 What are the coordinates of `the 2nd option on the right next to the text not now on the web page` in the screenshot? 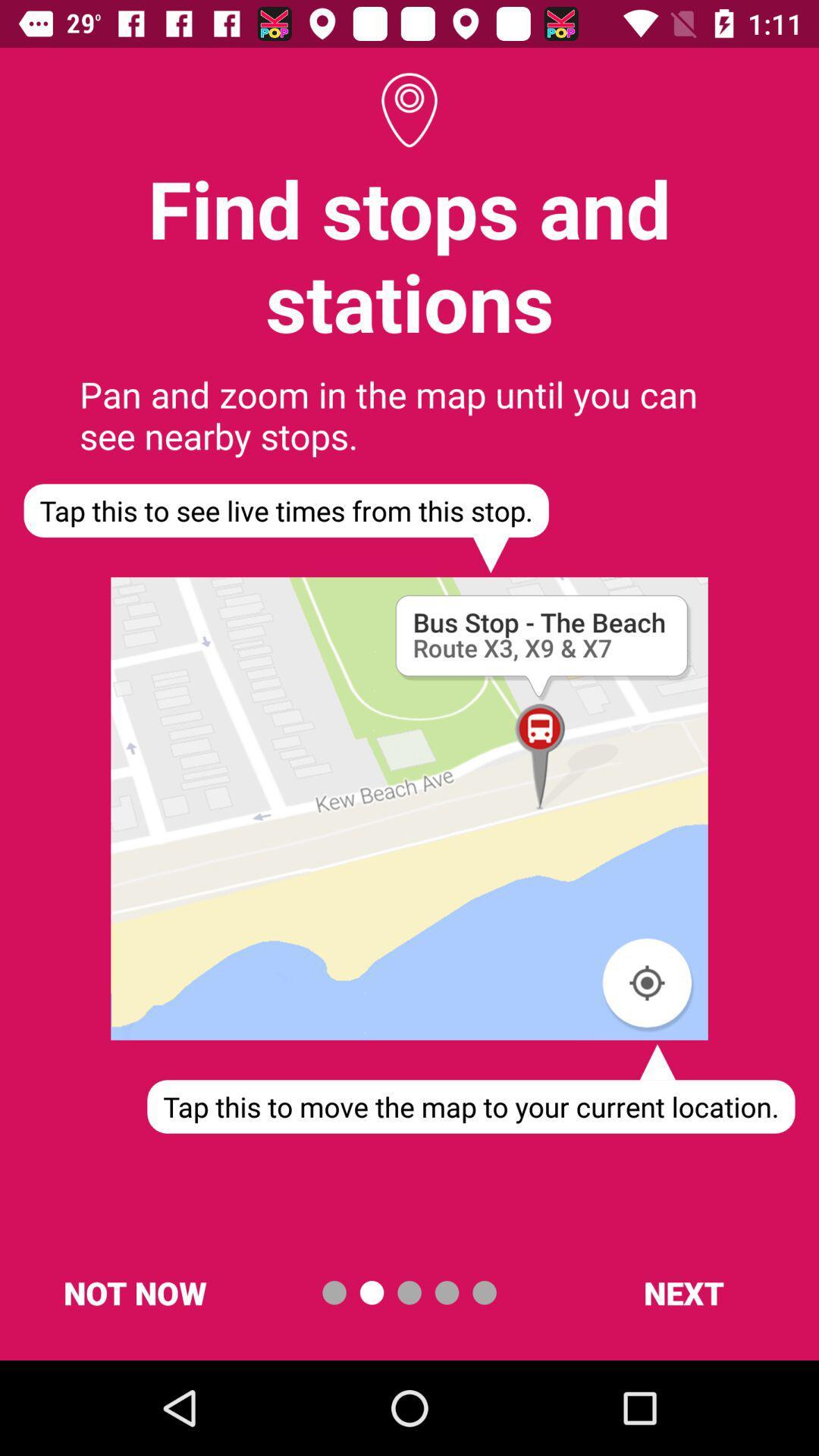 It's located at (372, 1291).